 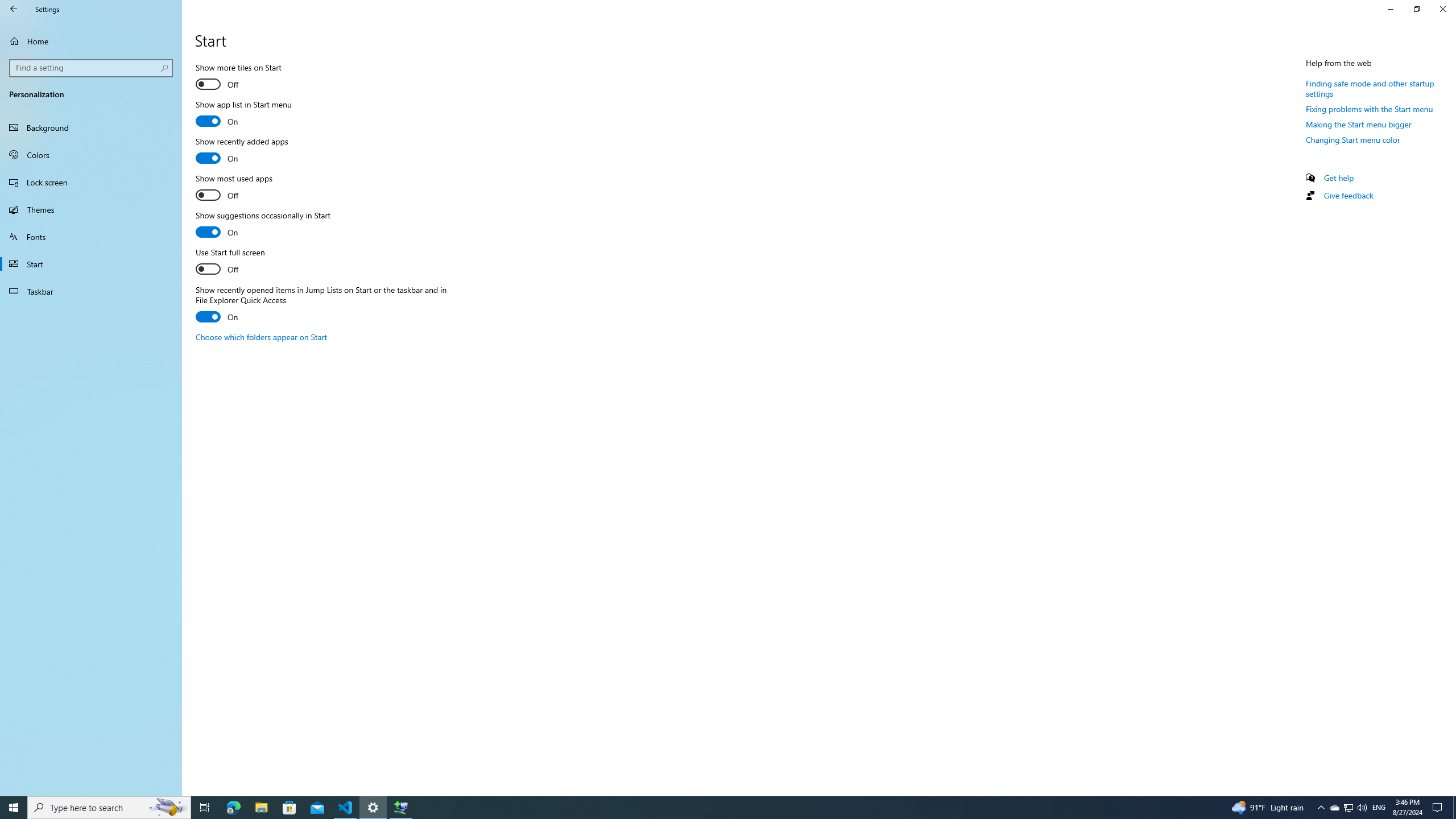 I want to click on 'Microsoft Store', so click(x=289, y=806).